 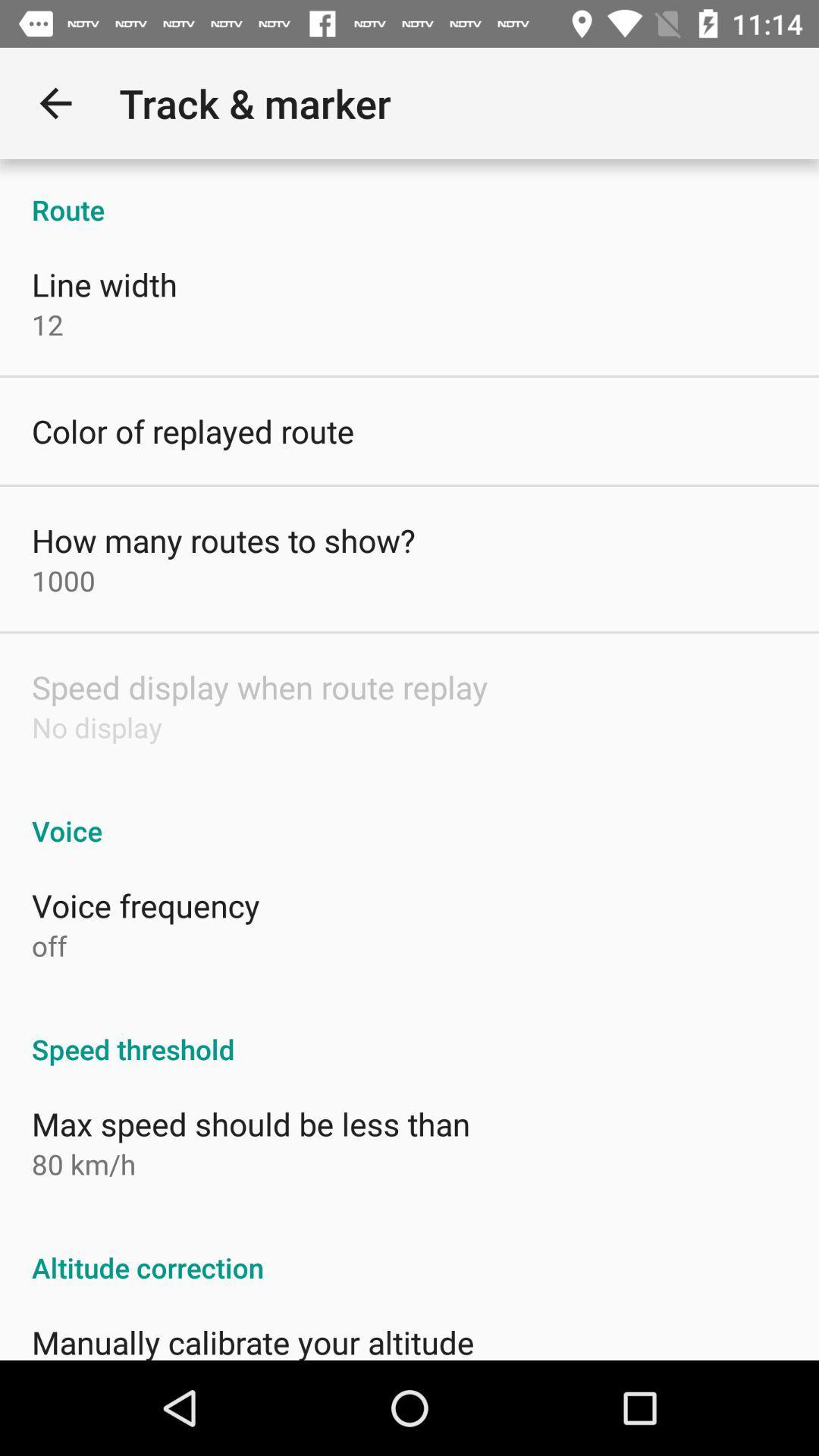 What do you see at coordinates (55, 102) in the screenshot?
I see `icon next to the track & marker app` at bounding box center [55, 102].